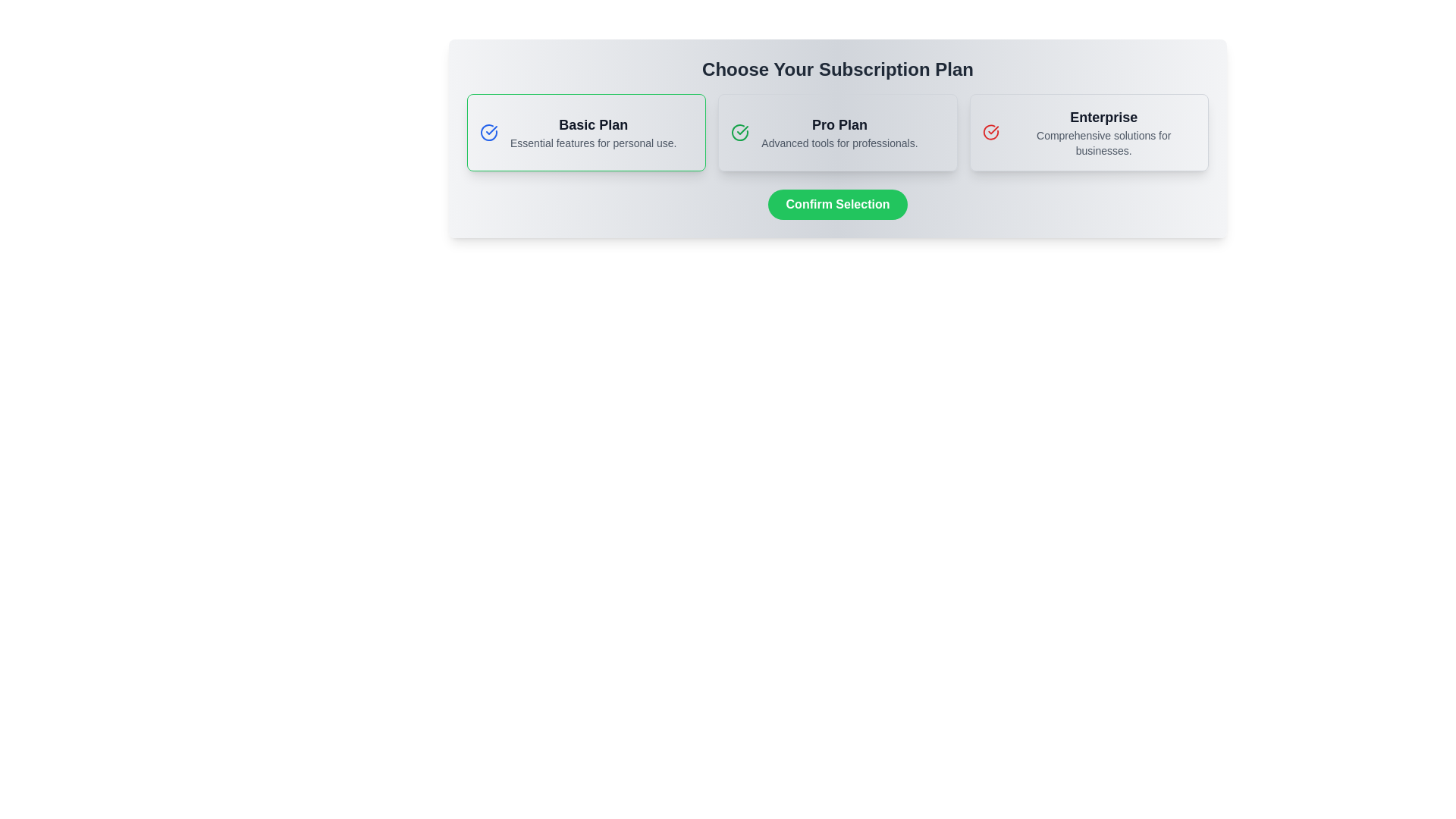 This screenshot has width=1456, height=819. Describe the element at coordinates (839, 124) in the screenshot. I see `the 'Pro Plan' text label, which is styled in bold dark gray or black and is positioned at the top of its card in the subscription selection UI` at that location.